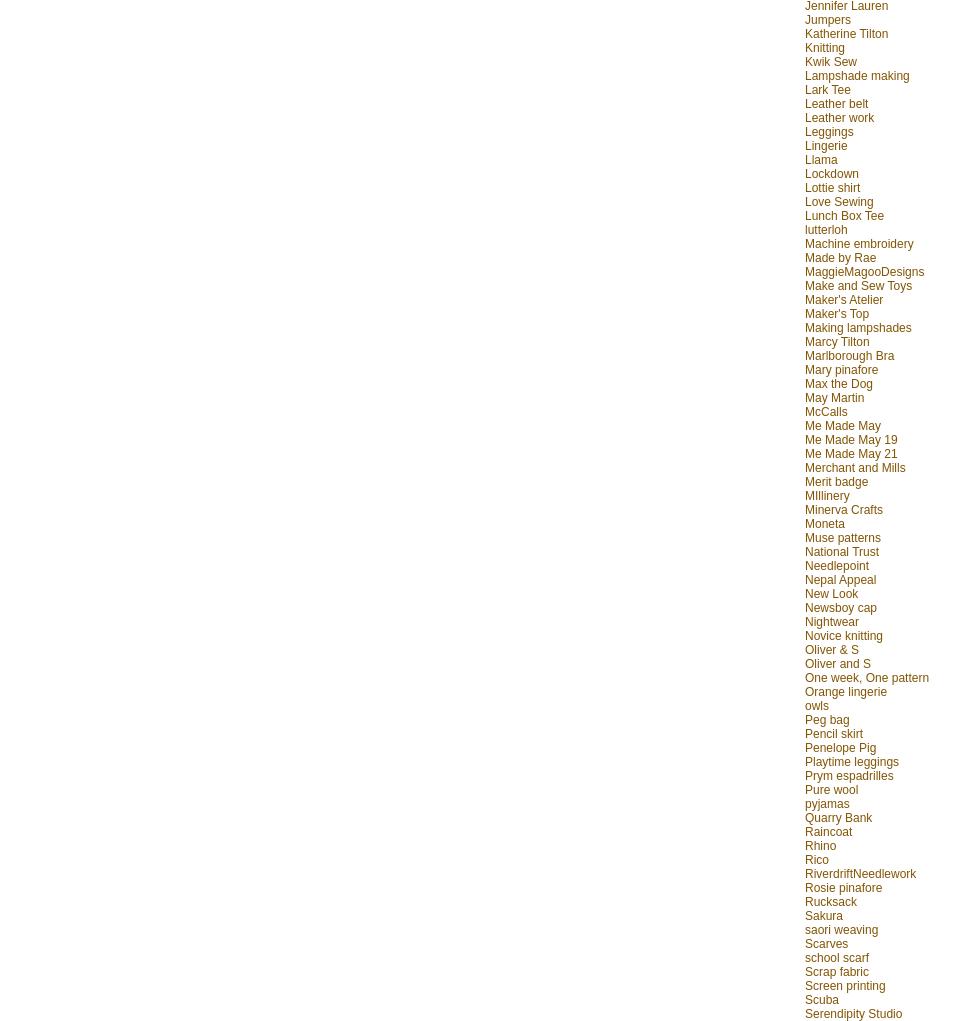 This screenshot has width=980, height=1021. Describe the element at coordinates (831, 900) in the screenshot. I see `'Rucksack'` at that location.